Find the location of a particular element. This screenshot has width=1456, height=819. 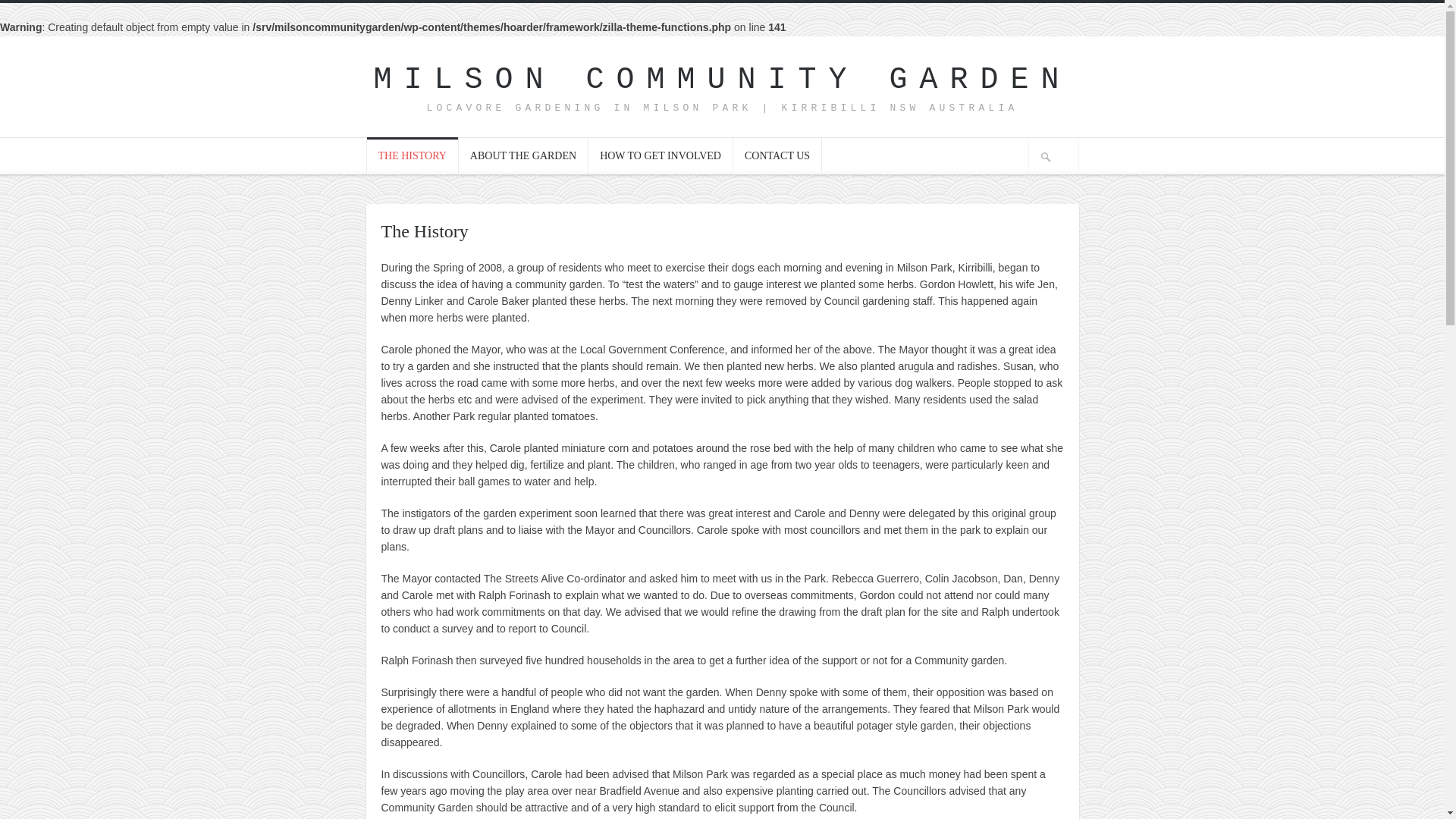

'ABOUT THE GARDEN' is located at coordinates (523, 155).